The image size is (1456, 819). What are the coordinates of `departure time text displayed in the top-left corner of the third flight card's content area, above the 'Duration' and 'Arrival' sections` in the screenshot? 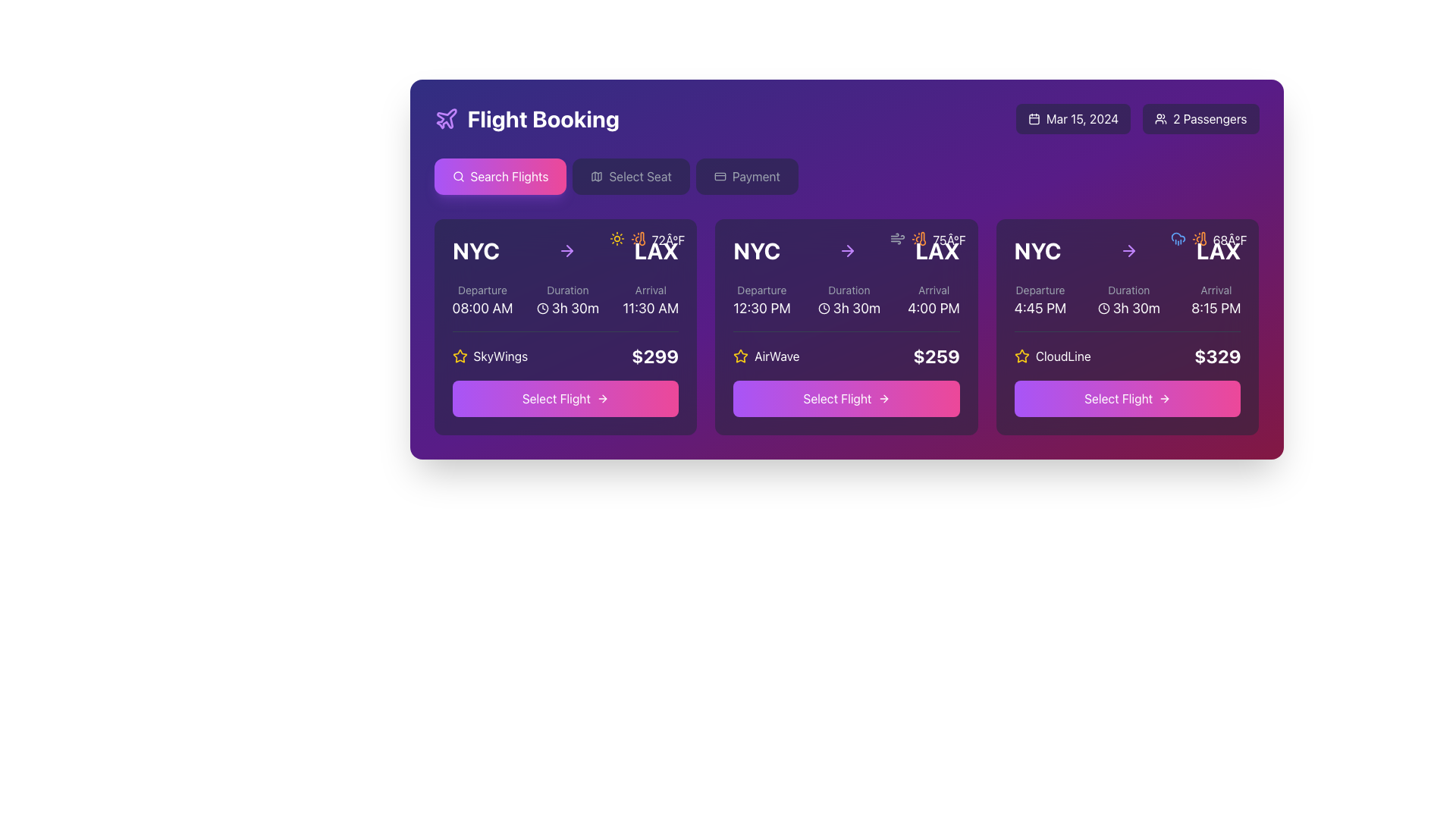 It's located at (1040, 301).